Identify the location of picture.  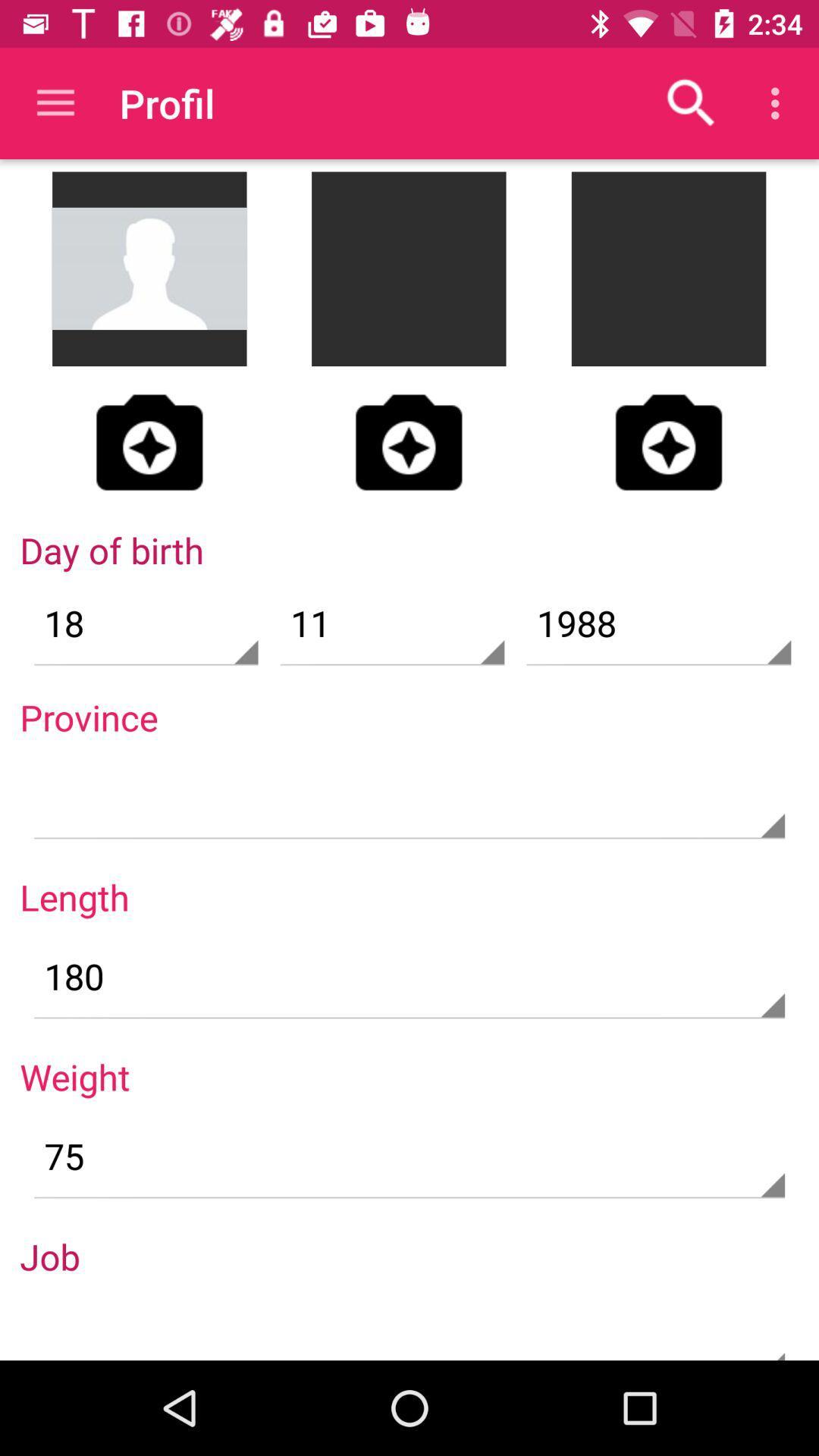
(408, 441).